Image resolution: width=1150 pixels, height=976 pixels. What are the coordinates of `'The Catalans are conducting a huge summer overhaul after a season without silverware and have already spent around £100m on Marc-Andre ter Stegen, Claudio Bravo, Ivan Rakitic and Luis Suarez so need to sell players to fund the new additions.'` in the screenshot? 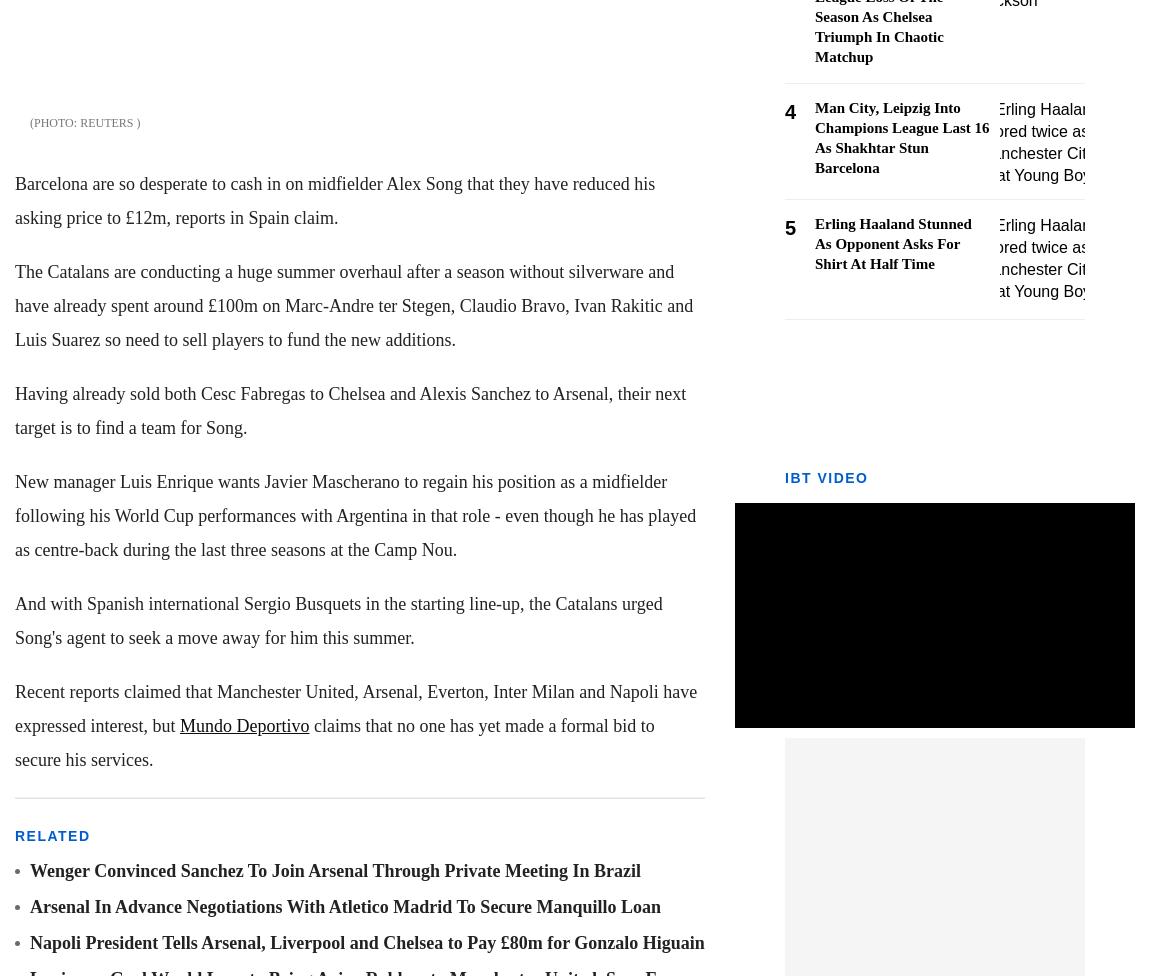 It's located at (353, 305).